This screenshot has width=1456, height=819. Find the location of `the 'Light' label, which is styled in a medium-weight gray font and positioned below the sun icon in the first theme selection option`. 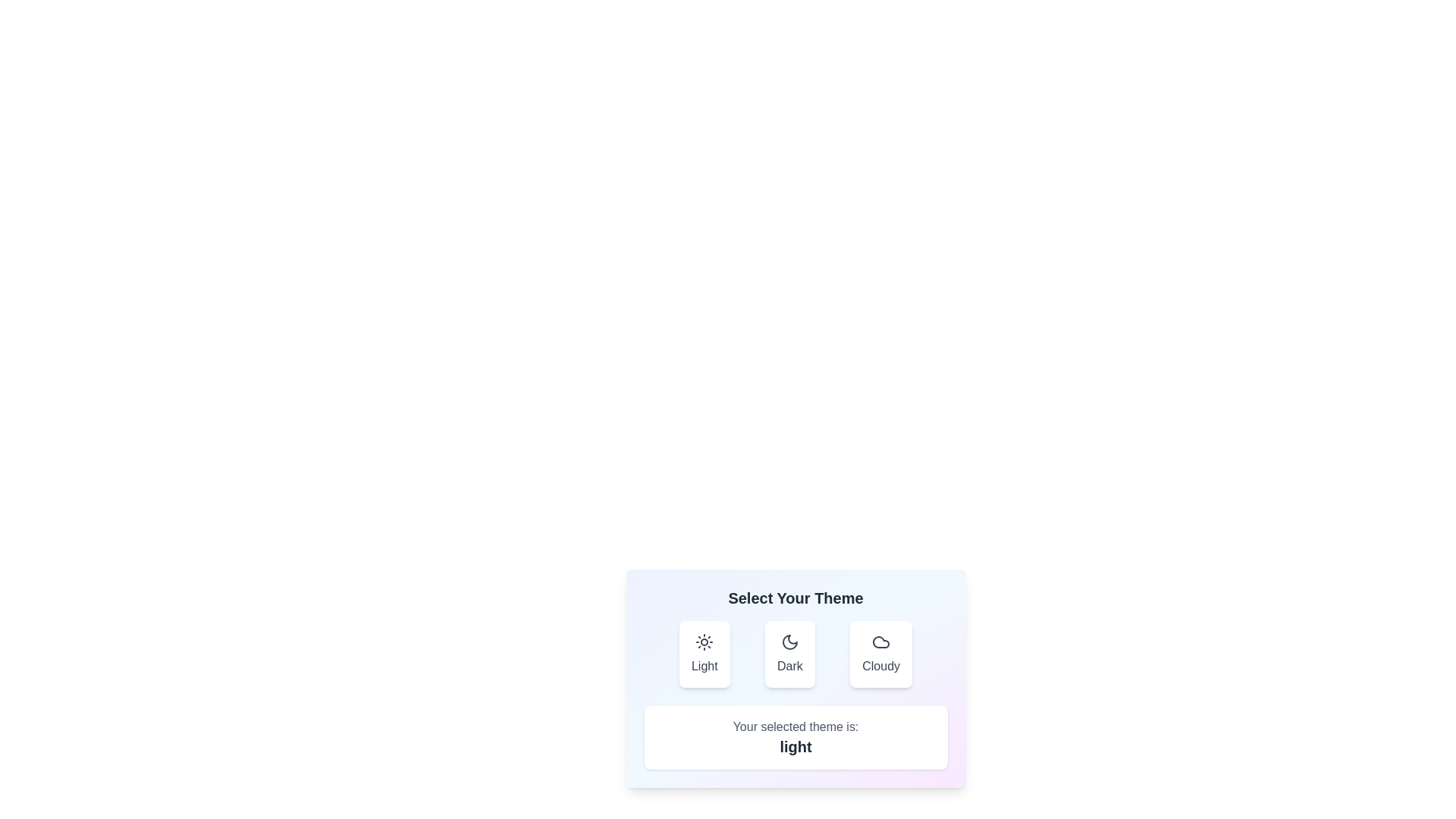

the 'Light' label, which is styled in a medium-weight gray font and positioned below the sun icon in the first theme selection option is located at coordinates (704, 666).